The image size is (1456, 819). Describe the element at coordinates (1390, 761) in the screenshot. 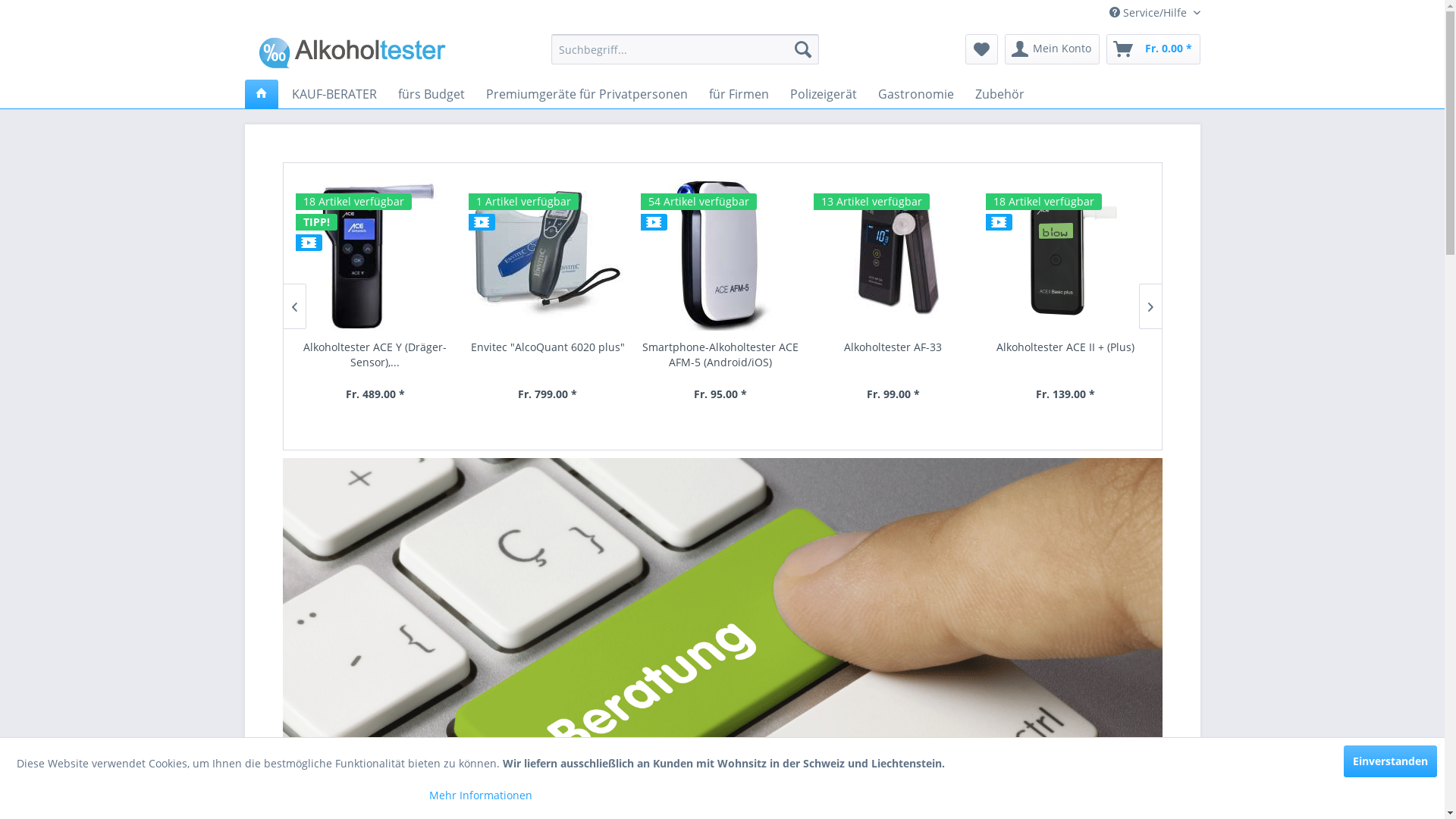

I see `'Einverstanden'` at that location.